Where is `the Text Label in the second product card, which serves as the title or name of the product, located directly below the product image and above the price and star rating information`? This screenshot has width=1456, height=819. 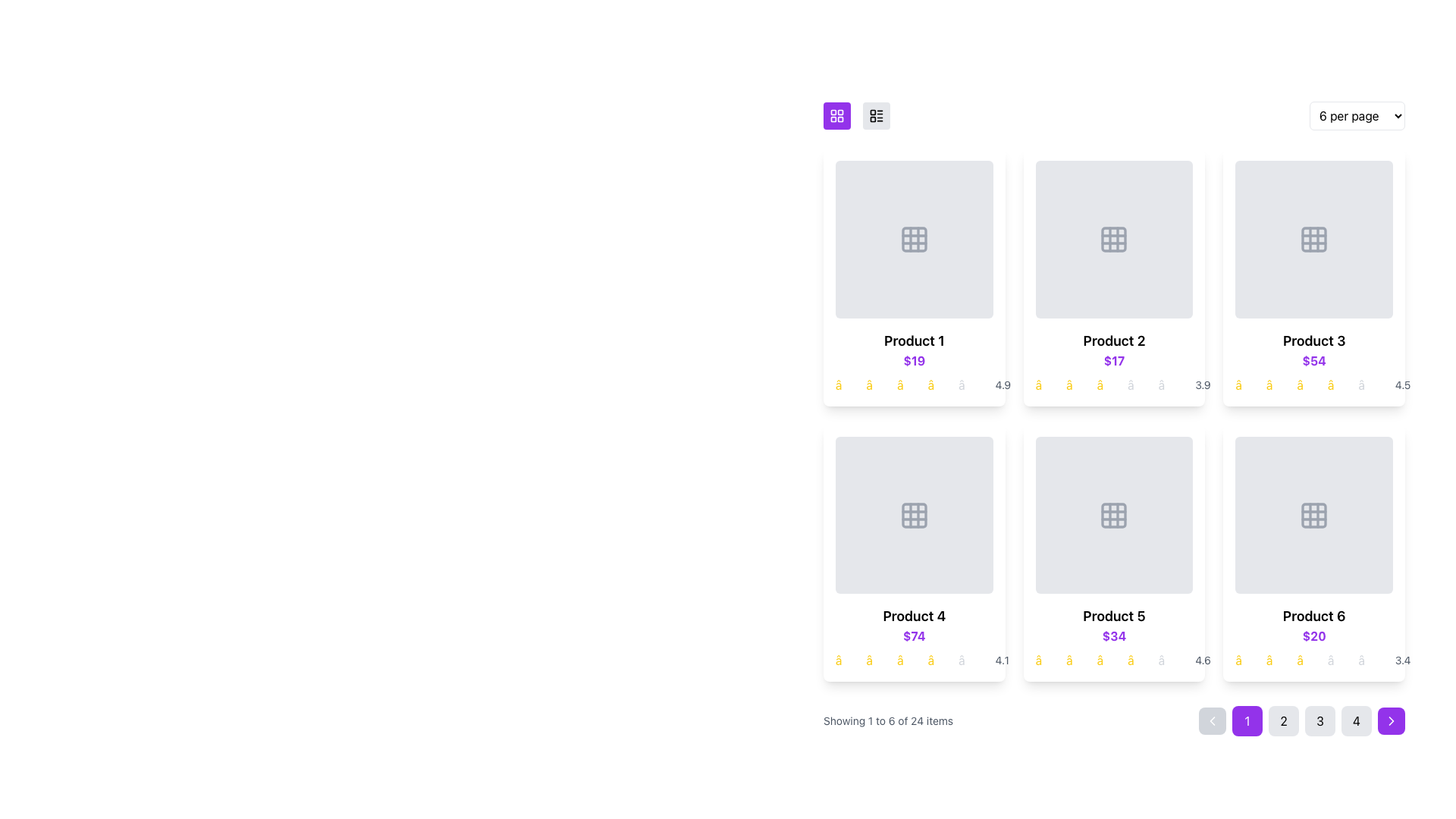 the Text Label in the second product card, which serves as the title or name of the product, located directly below the product image and above the price and star rating information is located at coordinates (1114, 340).